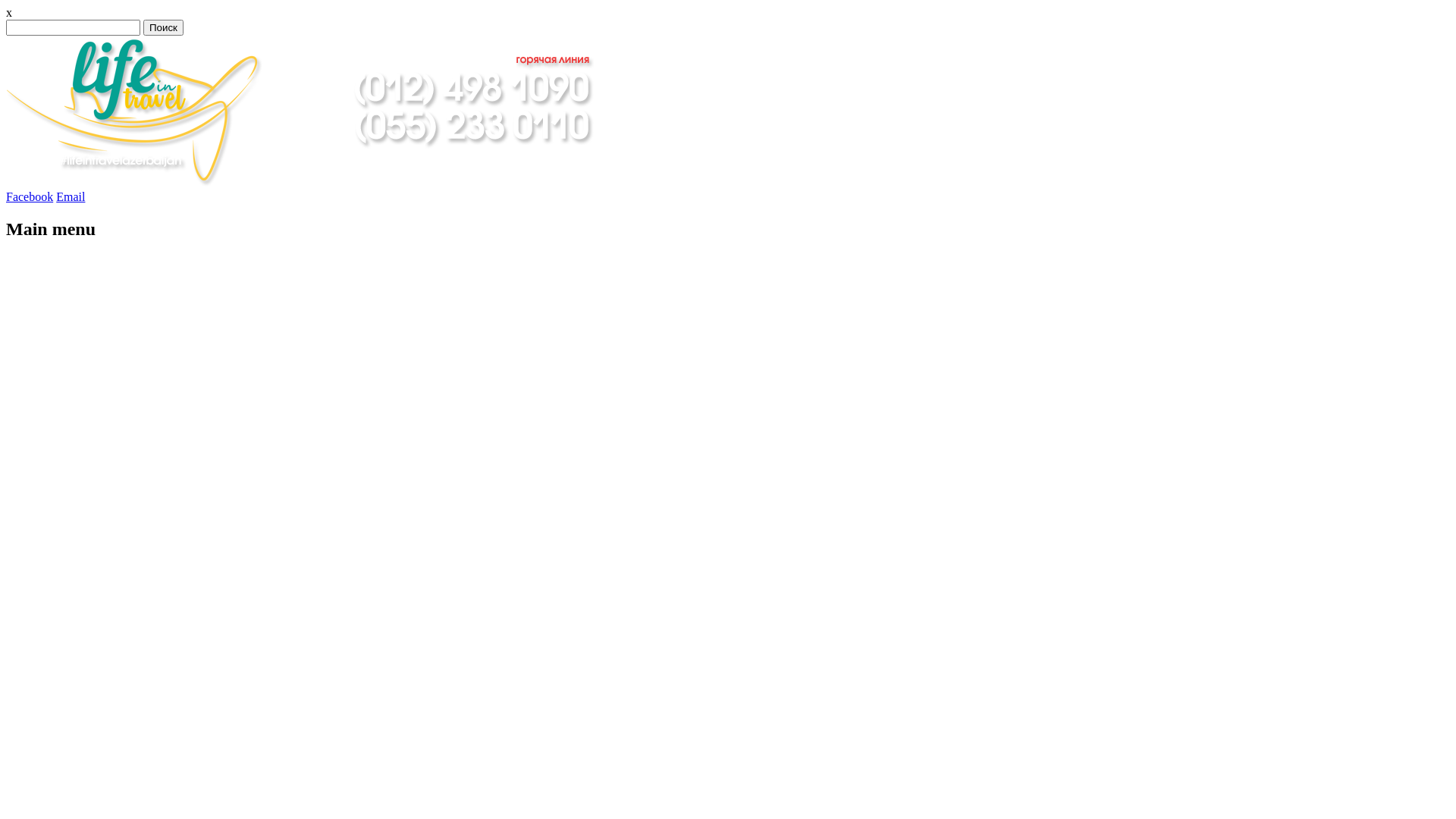 Image resolution: width=1456 pixels, height=819 pixels. What do you see at coordinates (29, 196) in the screenshot?
I see `'Facebook'` at bounding box center [29, 196].